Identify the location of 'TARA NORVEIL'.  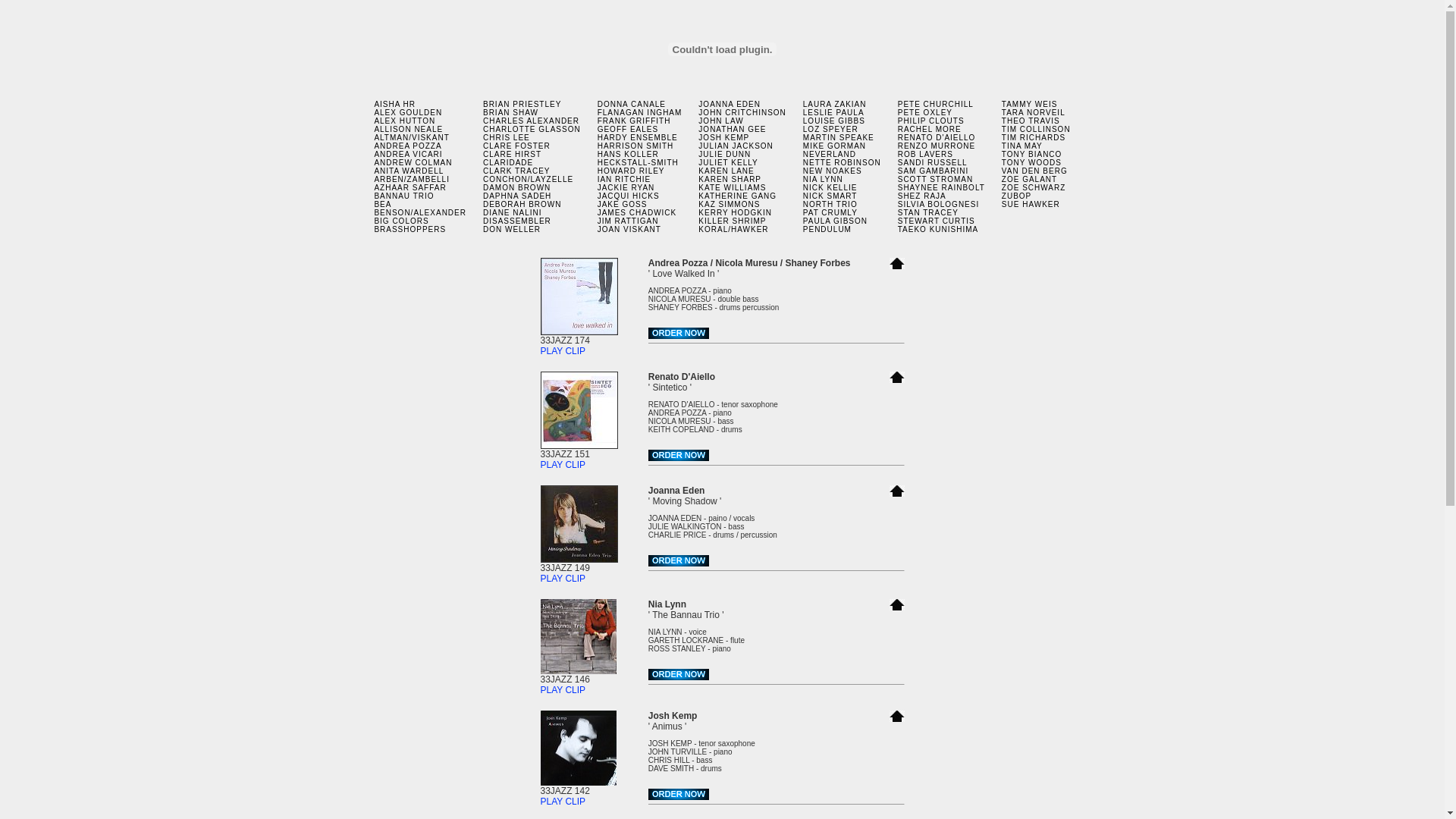
(1033, 111).